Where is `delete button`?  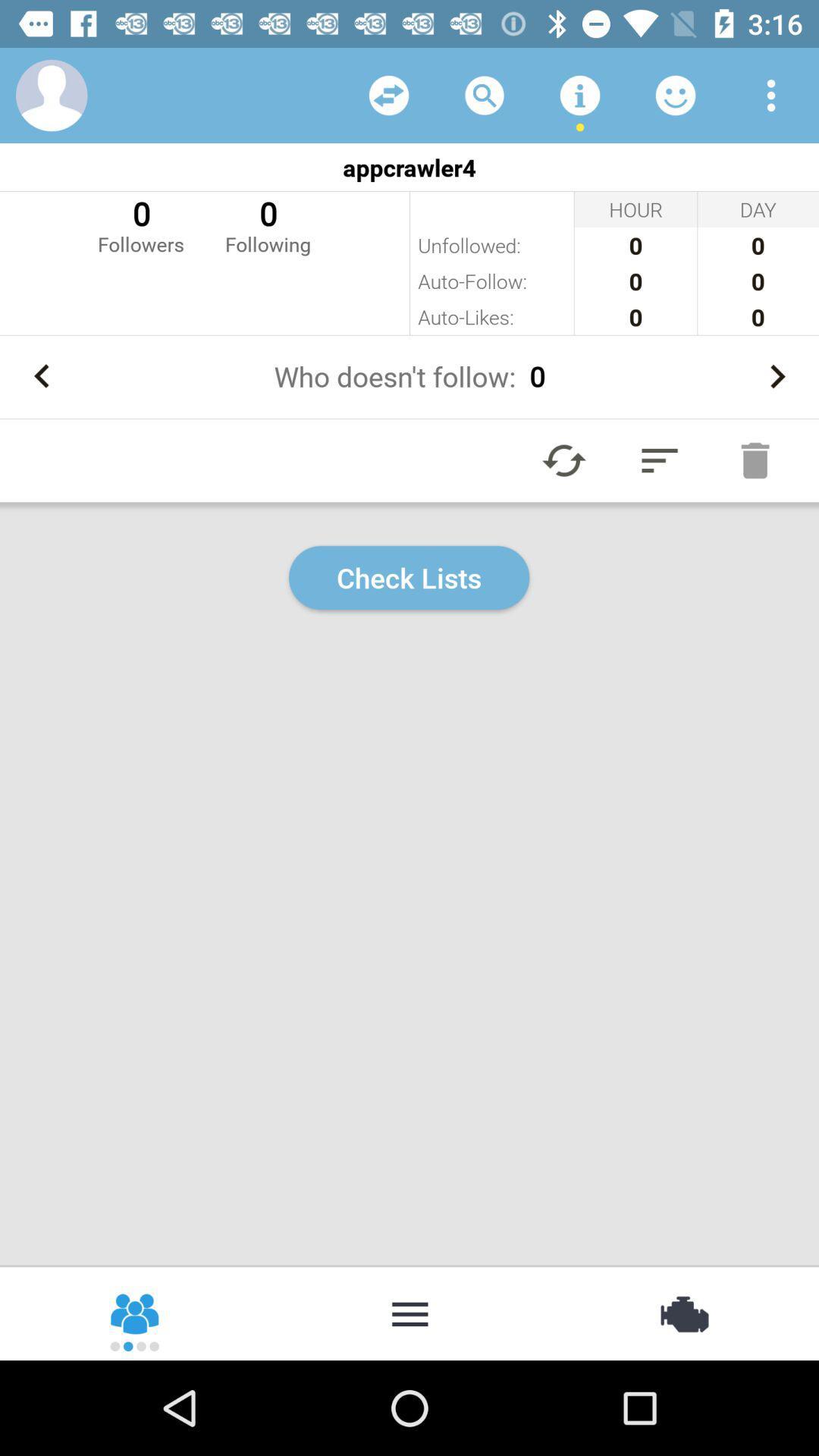
delete button is located at coordinates (755, 459).